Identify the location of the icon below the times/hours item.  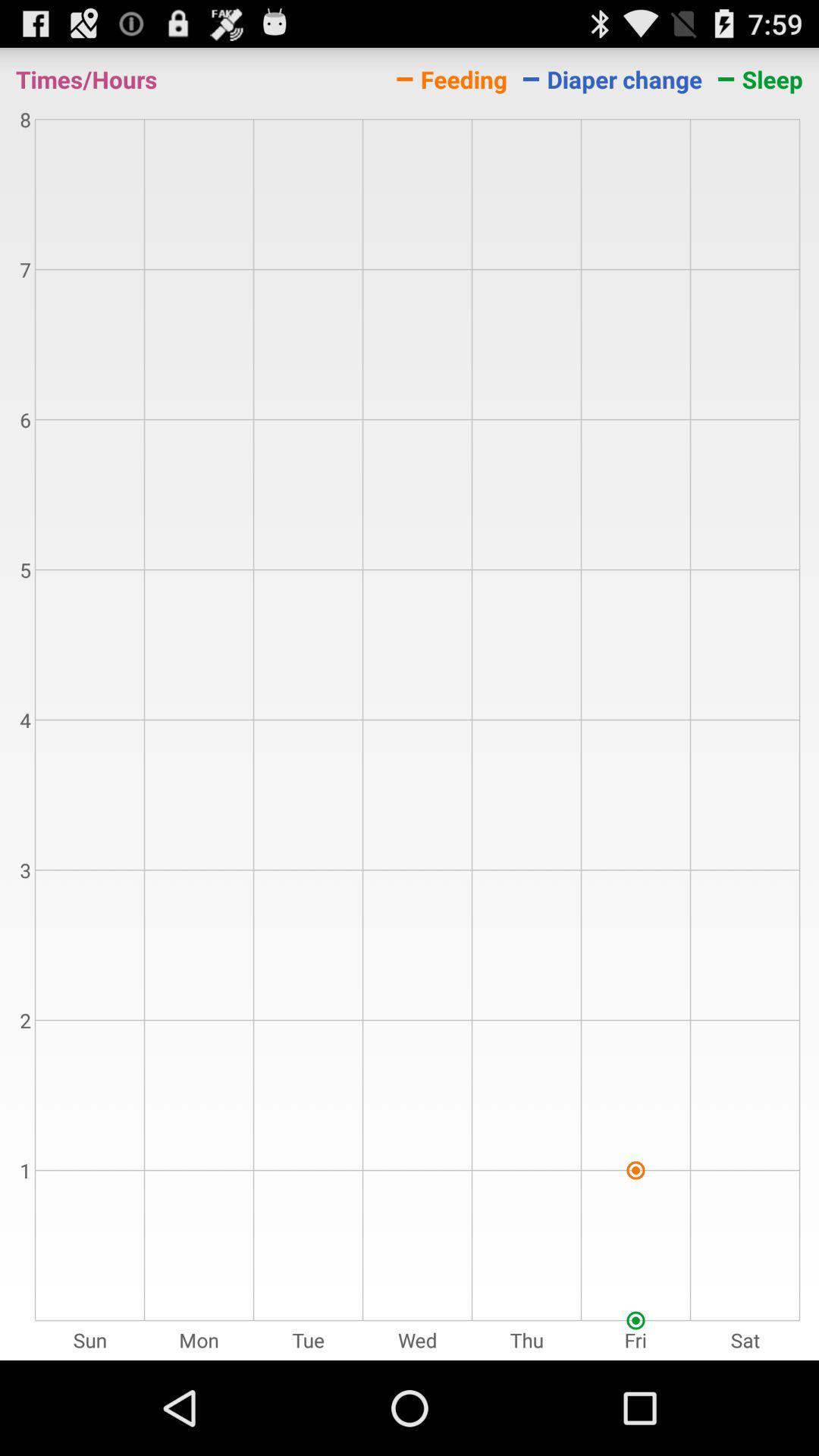
(409, 736).